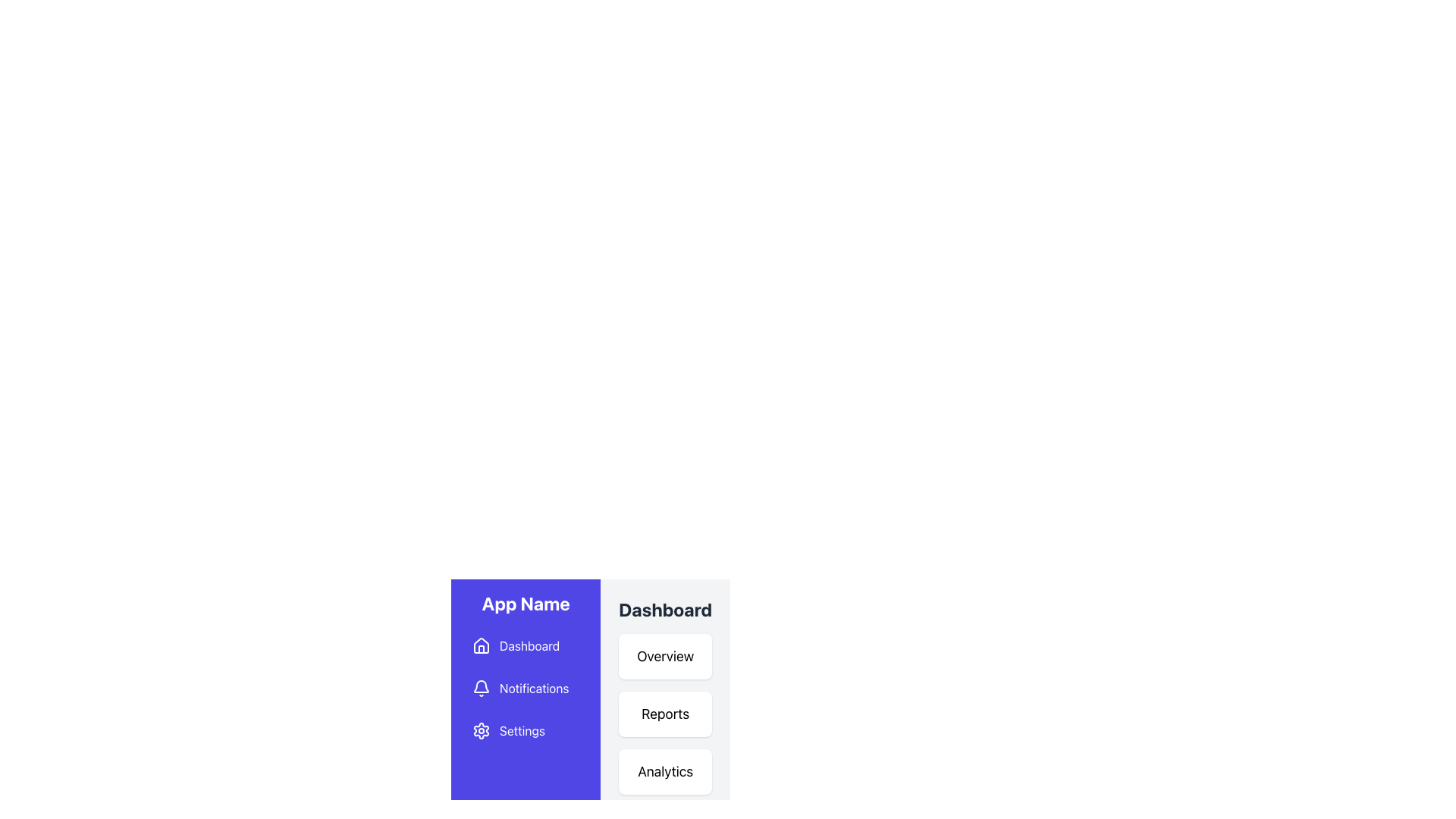  What do you see at coordinates (665, 714) in the screenshot?
I see `the navigational button representing the Reports section within the Dashboard card layout` at bounding box center [665, 714].